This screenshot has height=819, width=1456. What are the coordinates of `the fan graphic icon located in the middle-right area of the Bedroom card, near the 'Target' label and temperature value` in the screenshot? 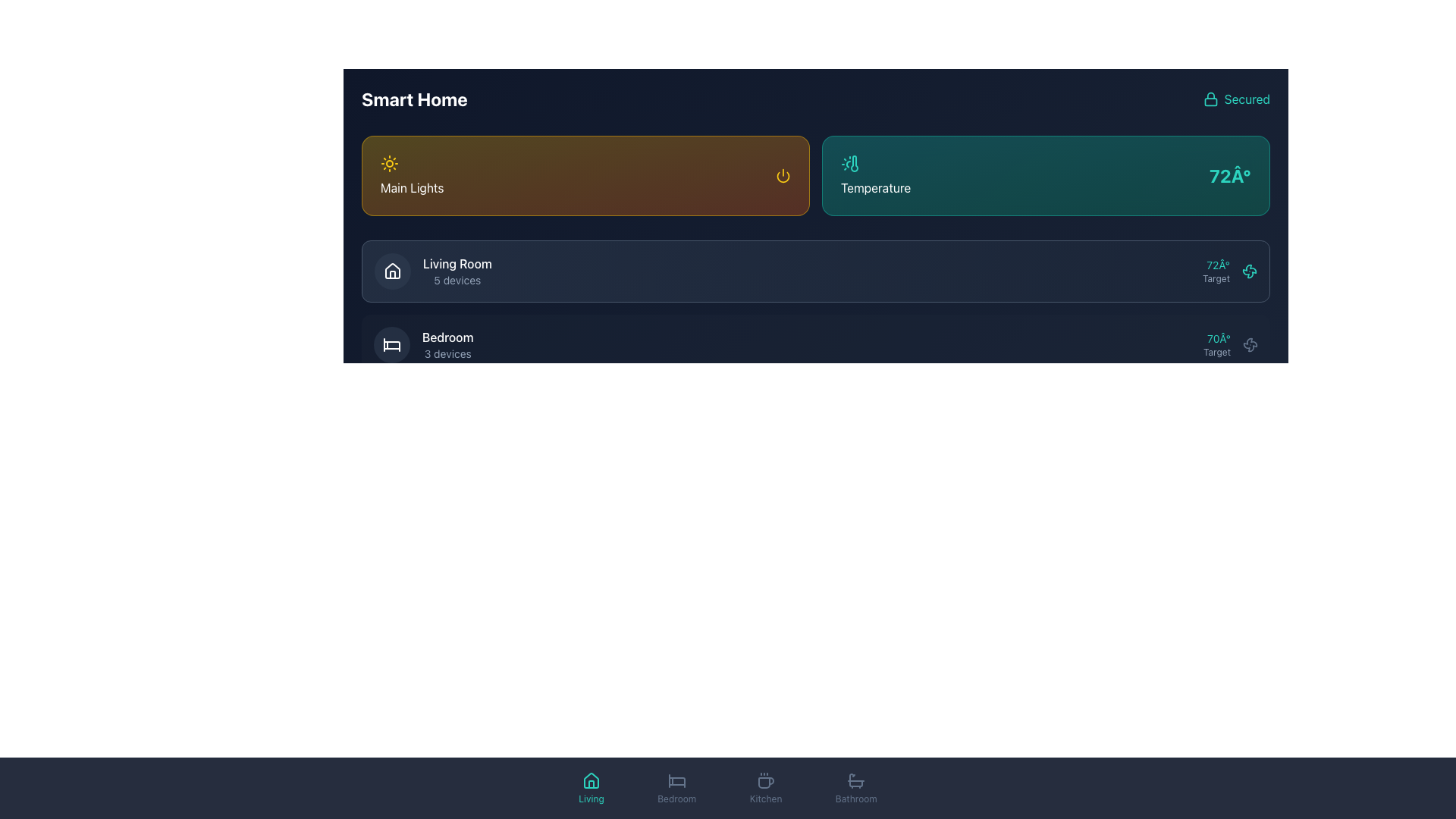 It's located at (1249, 271).